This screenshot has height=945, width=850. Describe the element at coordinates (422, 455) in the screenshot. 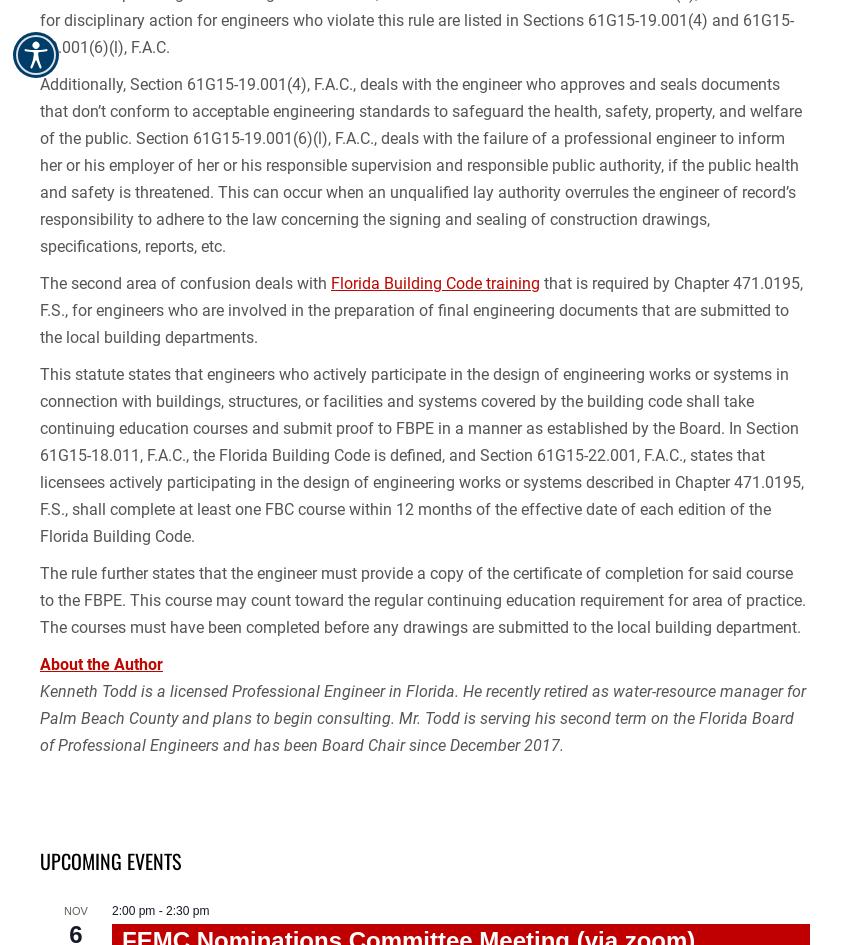

I see `'This statute states that engineers who actively participate in the design of engineering works or systems in connection with buildings, structures, or facilities and systems covered by the building code shall take continuing education courses and submit proof to FBPE in a manner as established by the Board. In Section 61G15-18.011, F.A.C., the Florida Building Code is defined, and Section 61G15-22.001, F.A.C., states that licensees actively participating in the design of engineering works or systems described in Chapter 471.0195, F.S., shall complete at least one FBC course within 12 months of the effective date of each edition of the Florida Building Code.'` at that location.